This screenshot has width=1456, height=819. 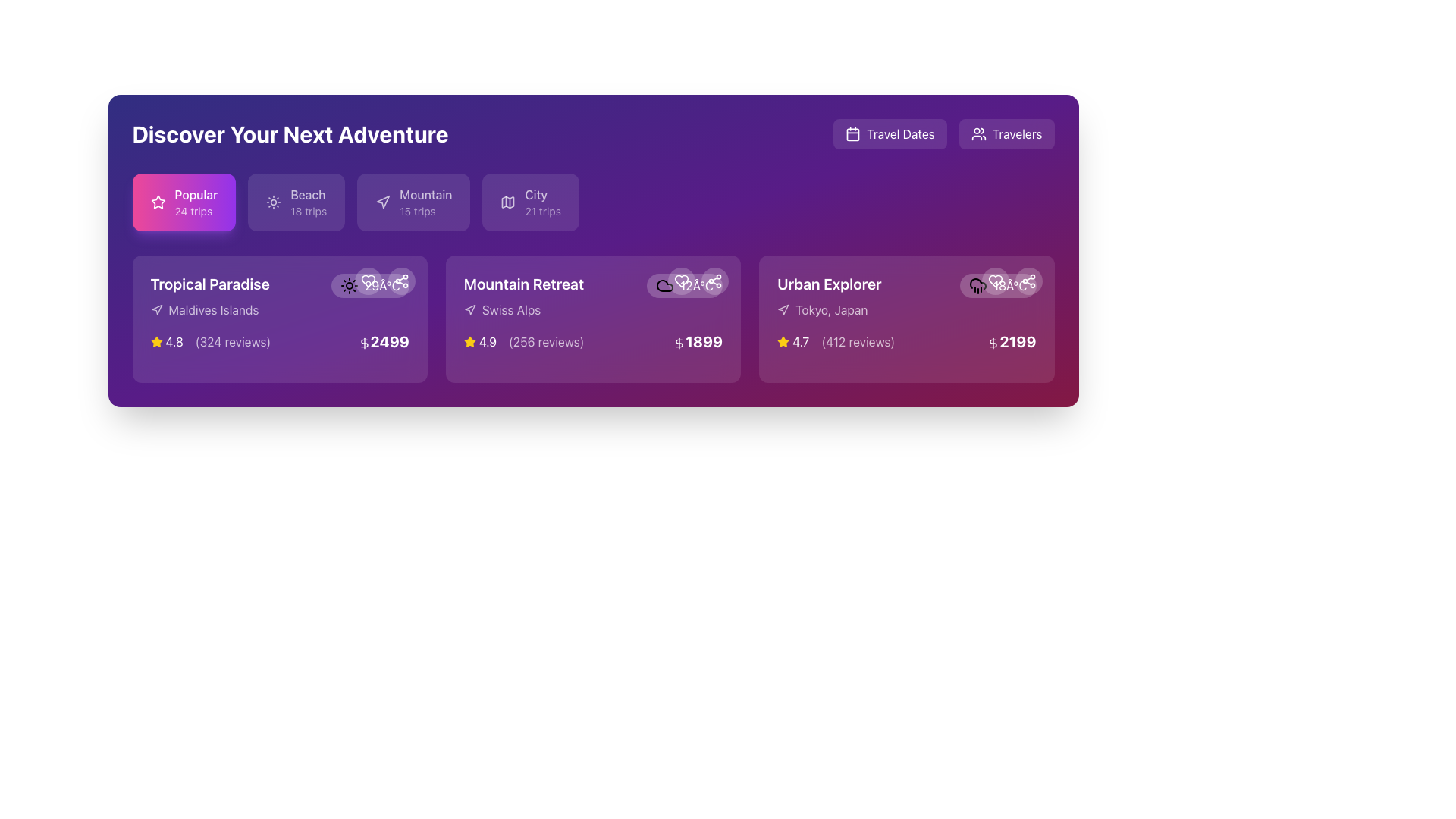 I want to click on the informational component displaying a yellow star icon, rating '4.8', and review count '(324 reviews)' located beneath the destination name 'Maldives Islands' in the 'Tropical Paradise' card, so click(x=209, y=342).